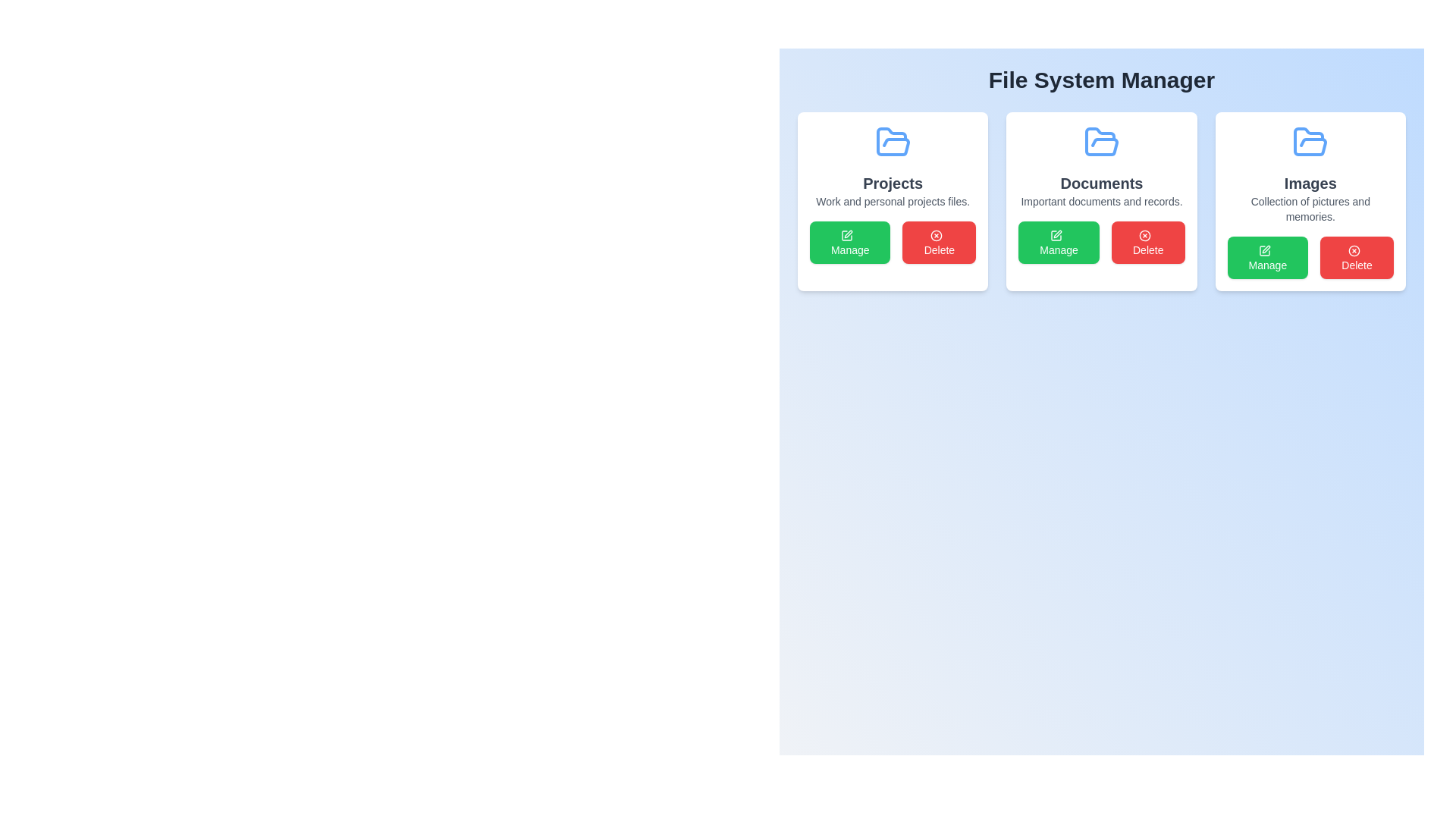 This screenshot has height=819, width=1456. What do you see at coordinates (893, 201) in the screenshot?
I see `the descriptive text label located within the 'Projects' section card, which is centrally aligned below the title 'Projects' and above the 'Manage' and 'Delete' buttons` at bounding box center [893, 201].